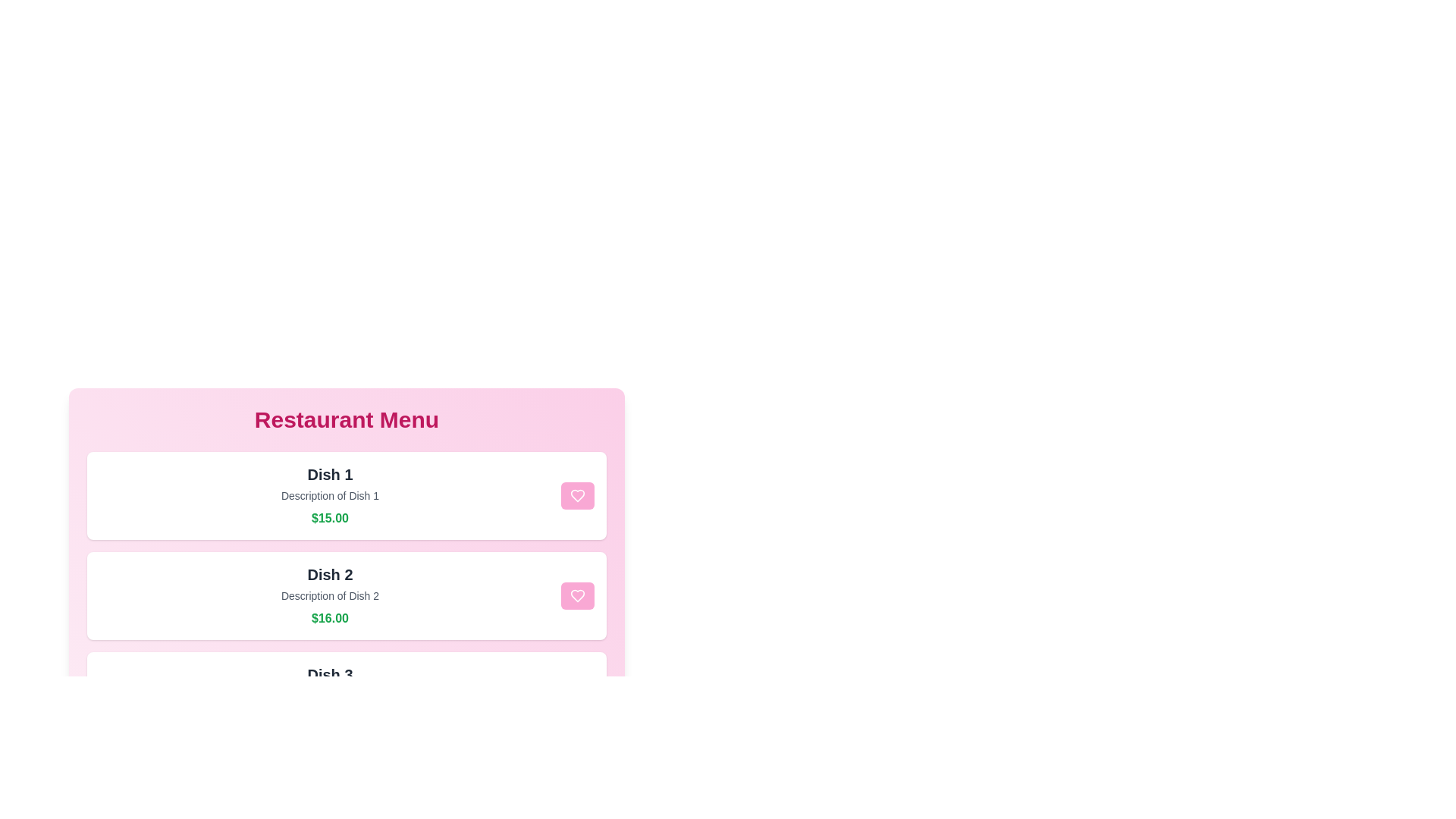  I want to click on the button located at the bottom-right corner of the 'Dish 2' card to mark it as a favorite, so click(577, 595).